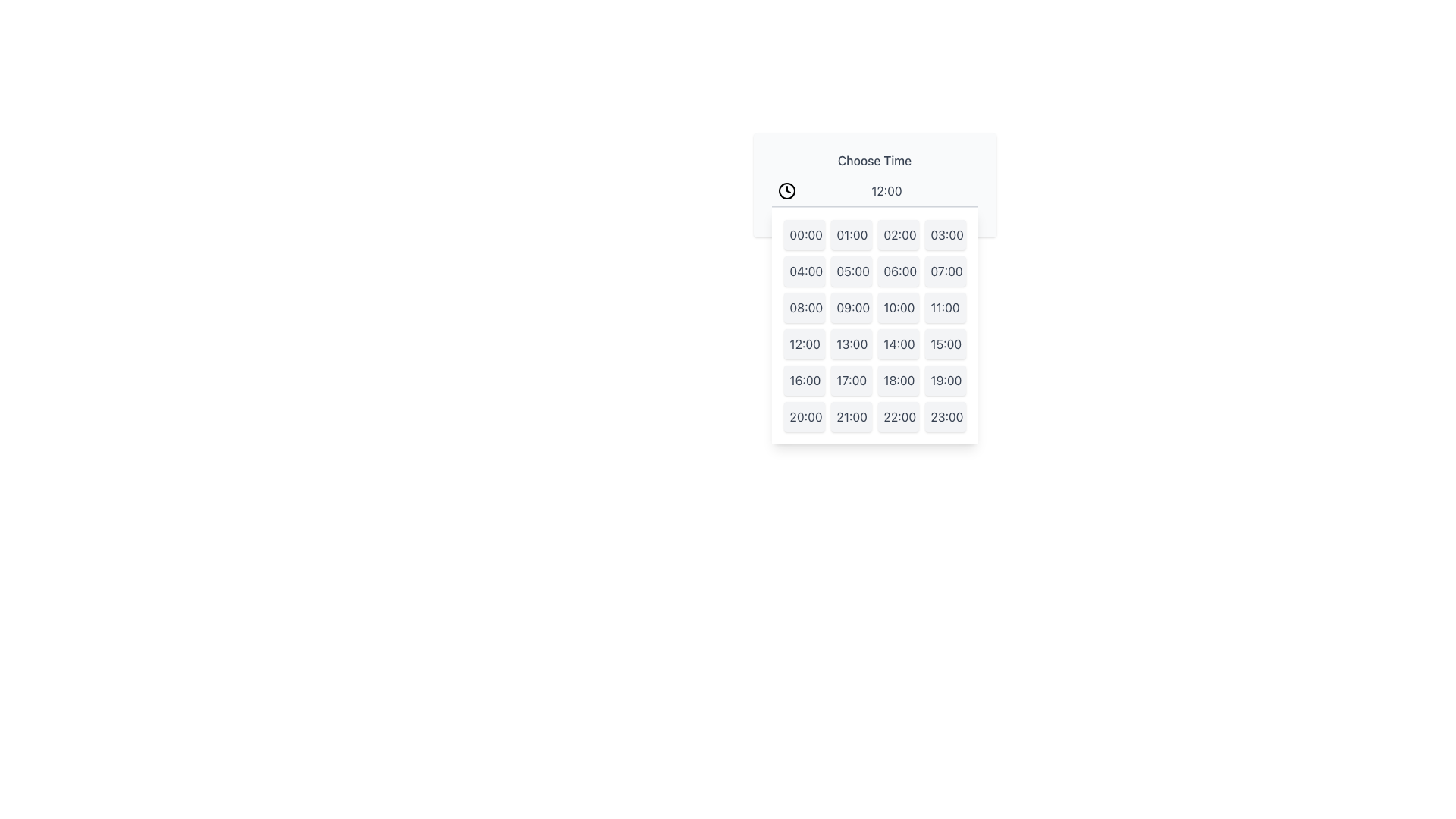 This screenshot has height=819, width=1456. I want to click on the rectangular button displaying '12:00' to trigger the hover effect, so click(803, 344).